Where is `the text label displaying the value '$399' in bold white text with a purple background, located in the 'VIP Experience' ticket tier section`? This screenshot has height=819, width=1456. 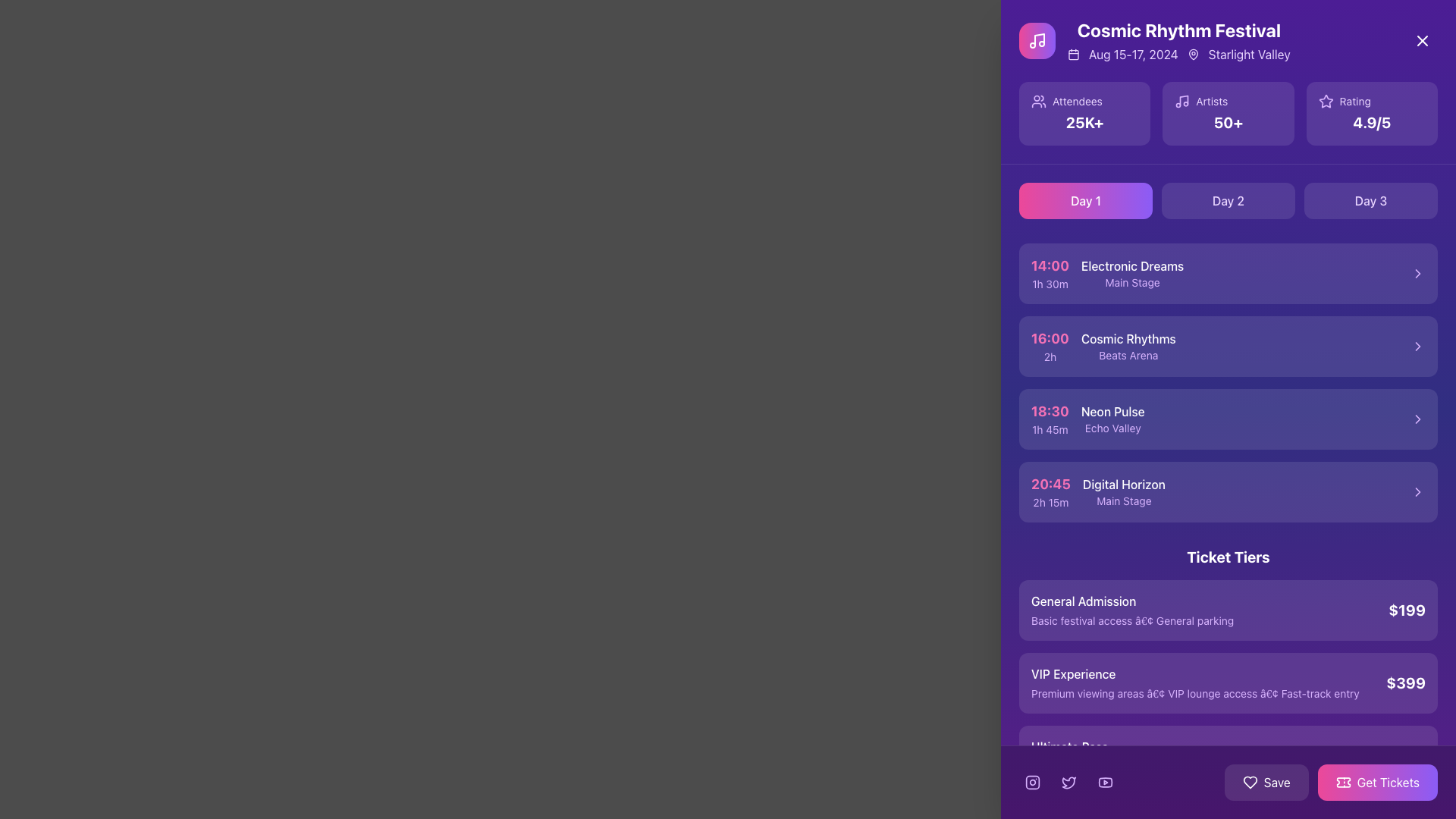
the text label displaying the value '$399' in bold white text with a purple background, located in the 'VIP Experience' ticket tier section is located at coordinates (1405, 682).